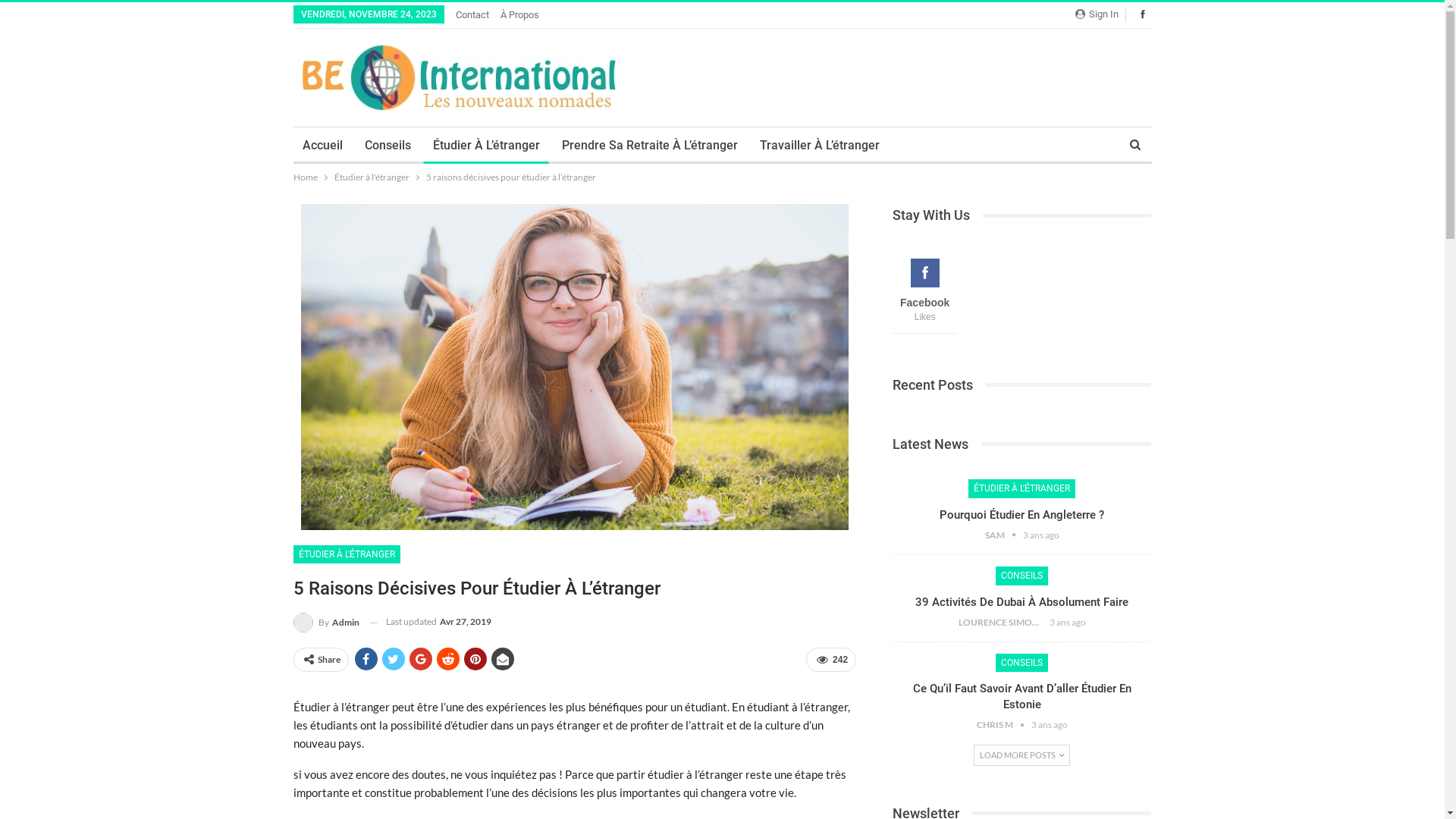 This screenshot has height=819, width=1456. What do you see at coordinates (1004, 622) in the screenshot?
I see `'LOURENCE SIMOE'` at bounding box center [1004, 622].